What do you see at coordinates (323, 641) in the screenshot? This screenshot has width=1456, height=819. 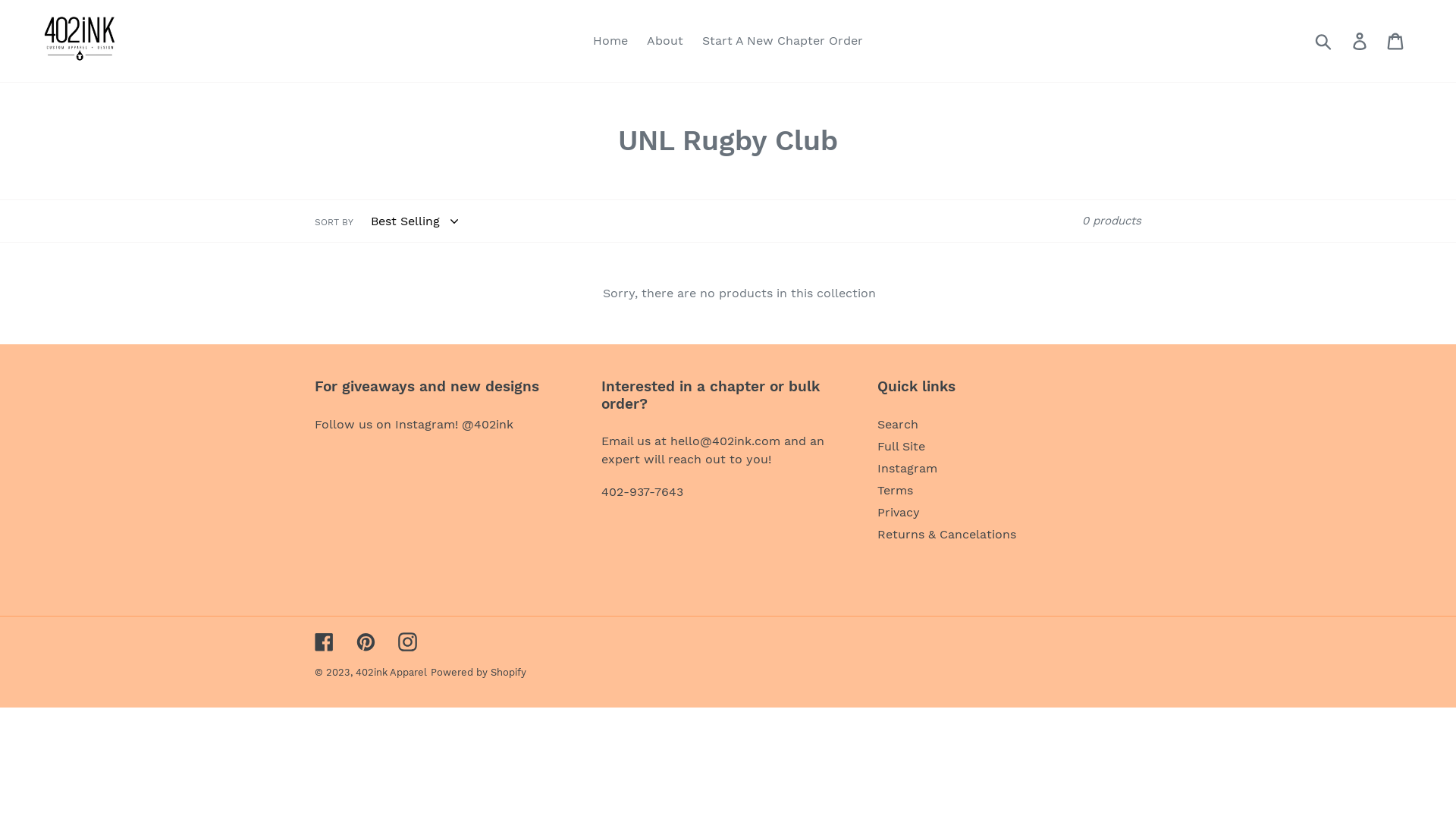 I see `'Facebook'` at bounding box center [323, 641].